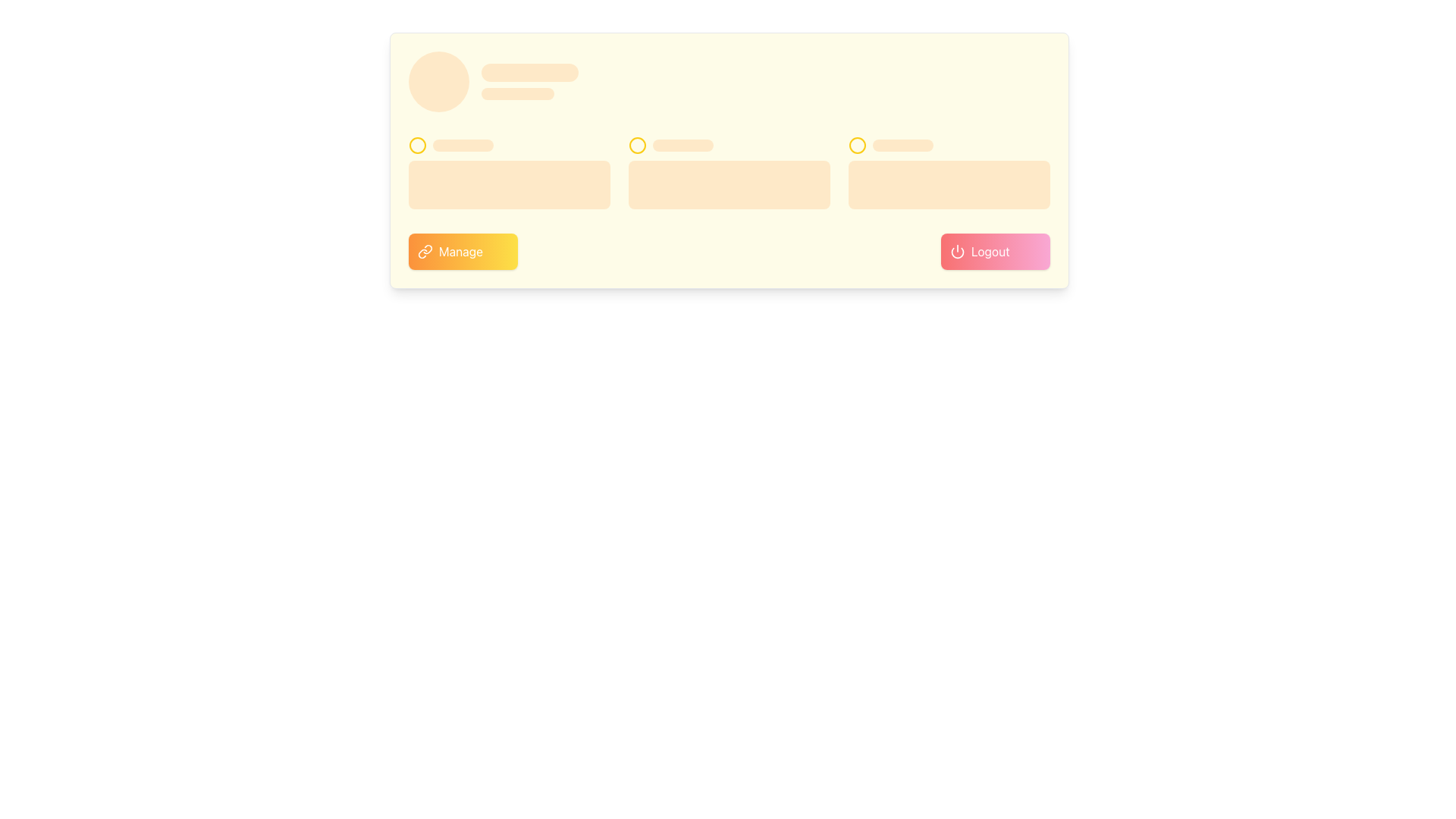 Image resolution: width=1456 pixels, height=819 pixels. Describe the element at coordinates (637, 146) in the screenshot. I see `the vibrant yellow circular icon with a thin stroke, which is the first in a sequence of three similar elements, located towards the upper middle of the interface` at that location.